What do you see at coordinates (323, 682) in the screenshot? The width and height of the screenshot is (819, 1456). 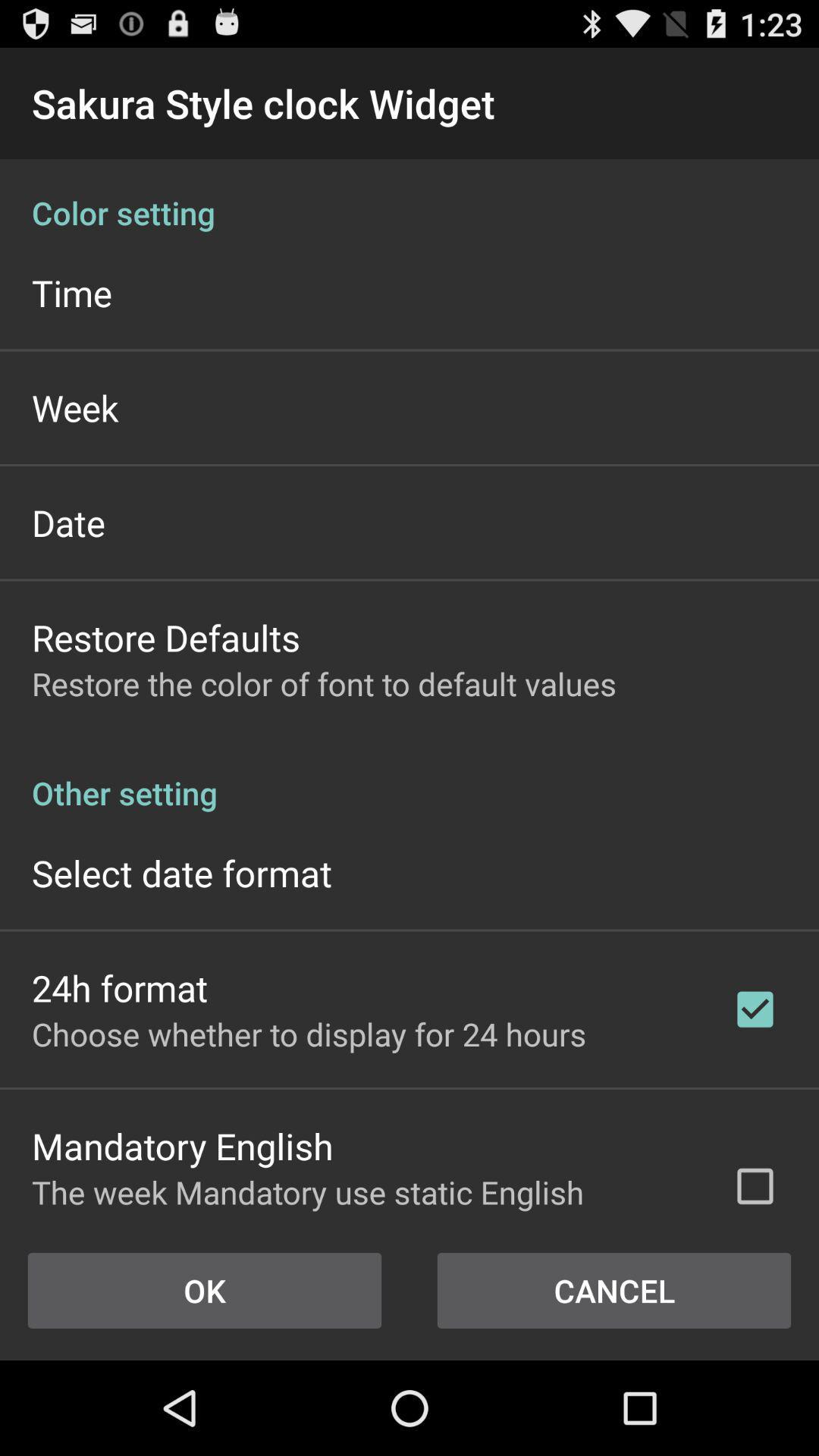 I see `restore the color` at bounding box center [323, 682].